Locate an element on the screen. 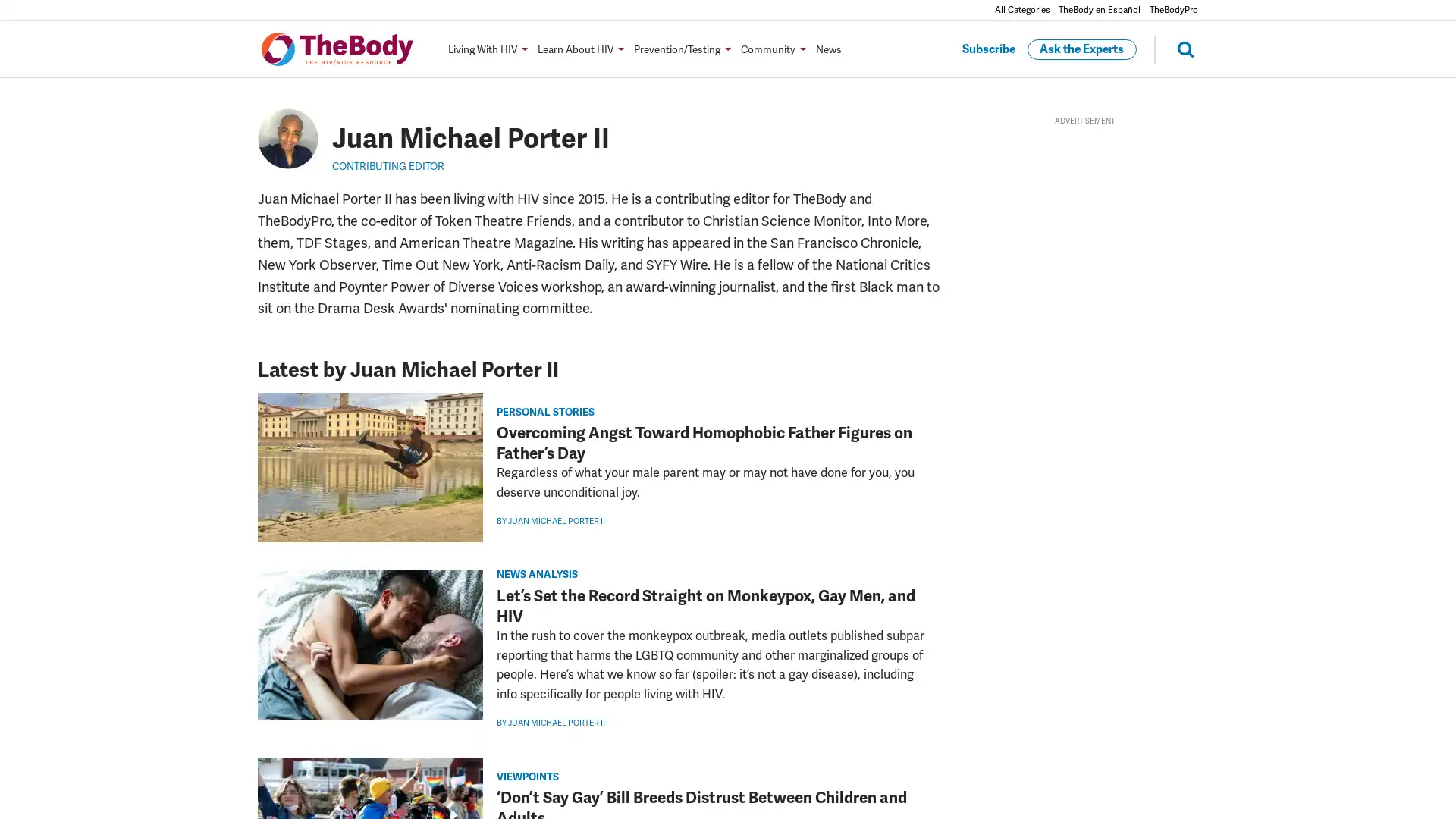  toggle-search-input is located at coordinates (1175, 48).